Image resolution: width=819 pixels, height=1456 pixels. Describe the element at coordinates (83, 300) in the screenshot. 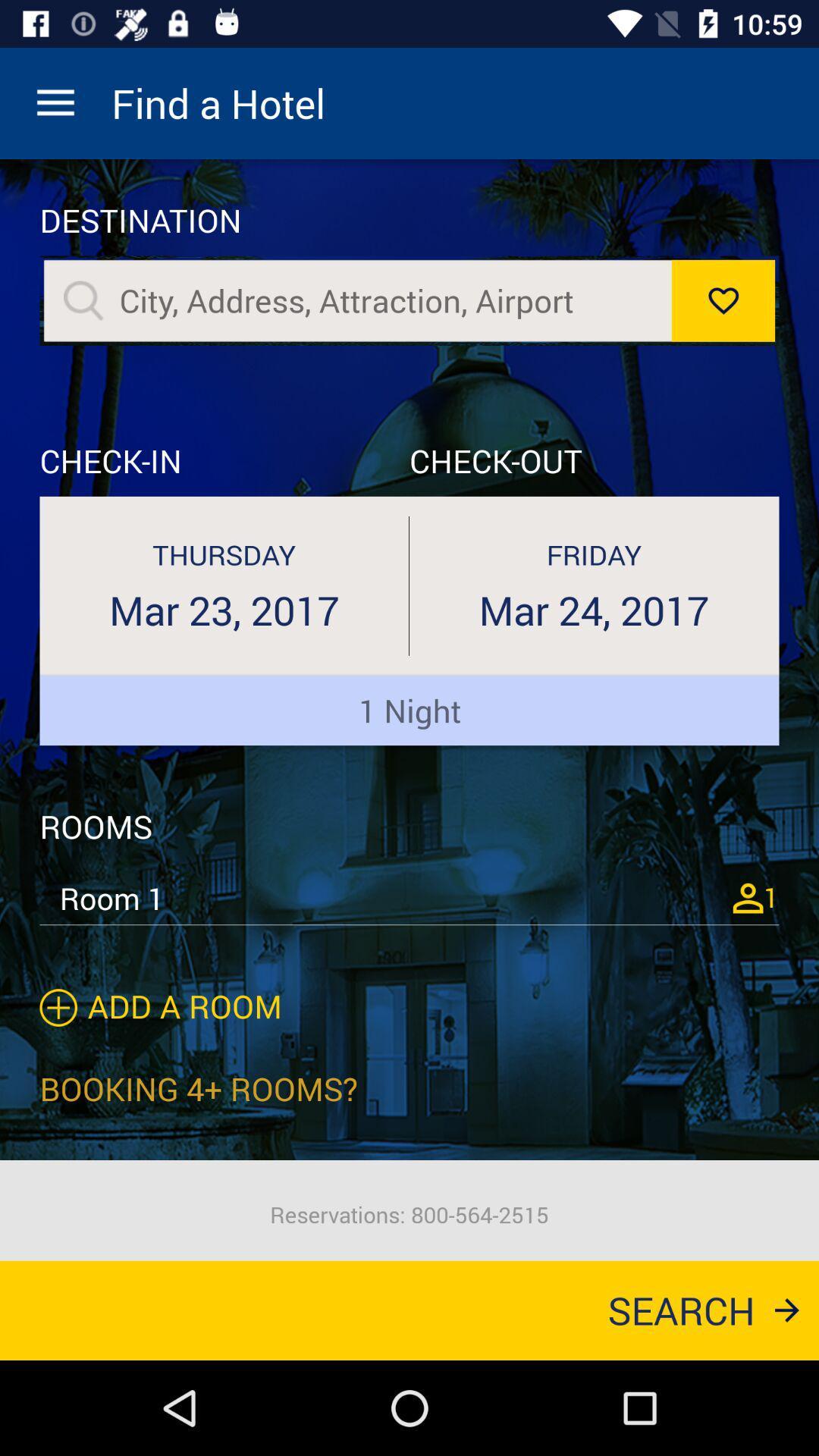

I see `sarche` at that location.